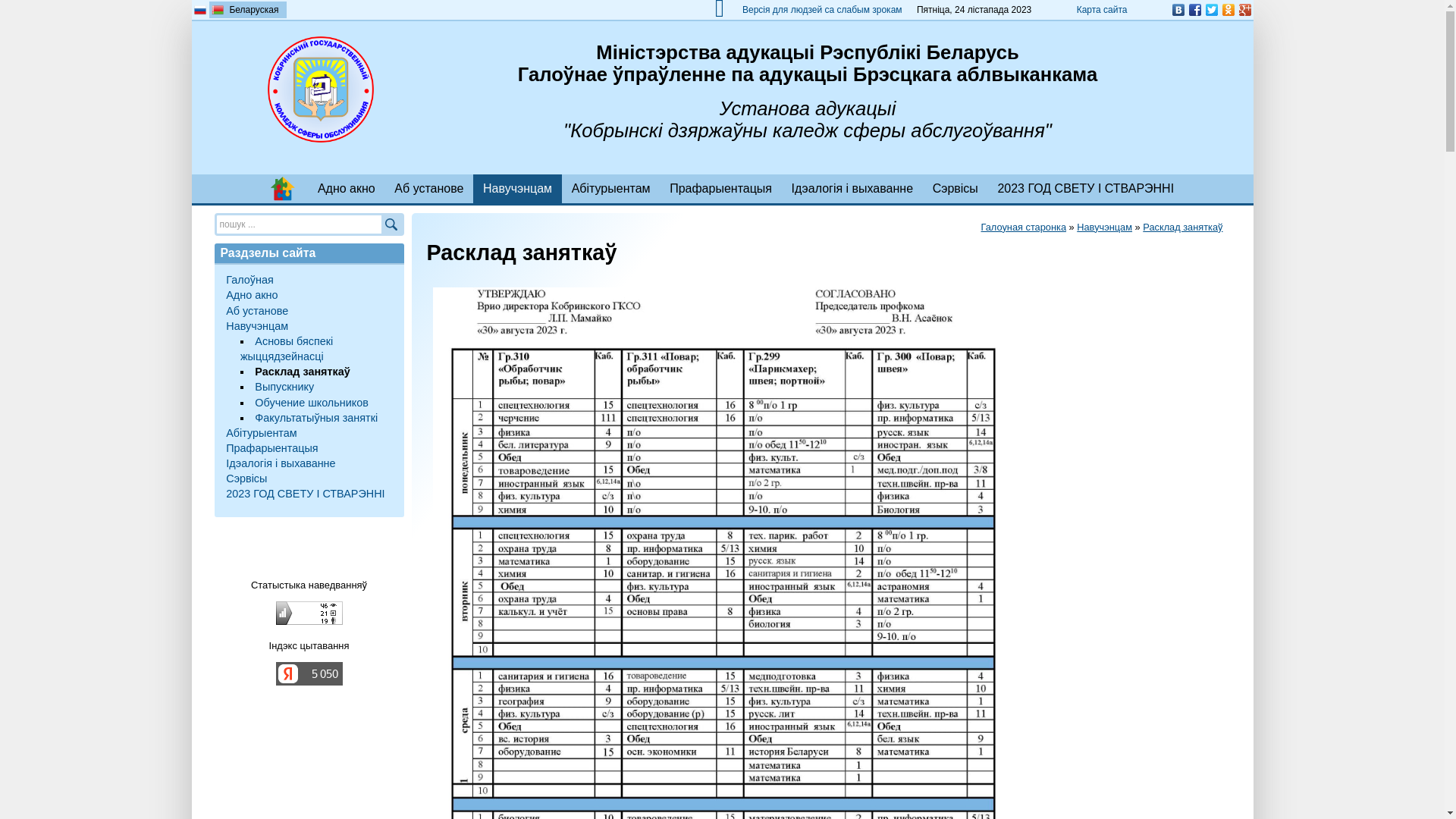 This screenshot has width=1456, height=819. I want to click on 'Facebook', so click(1193, 9).